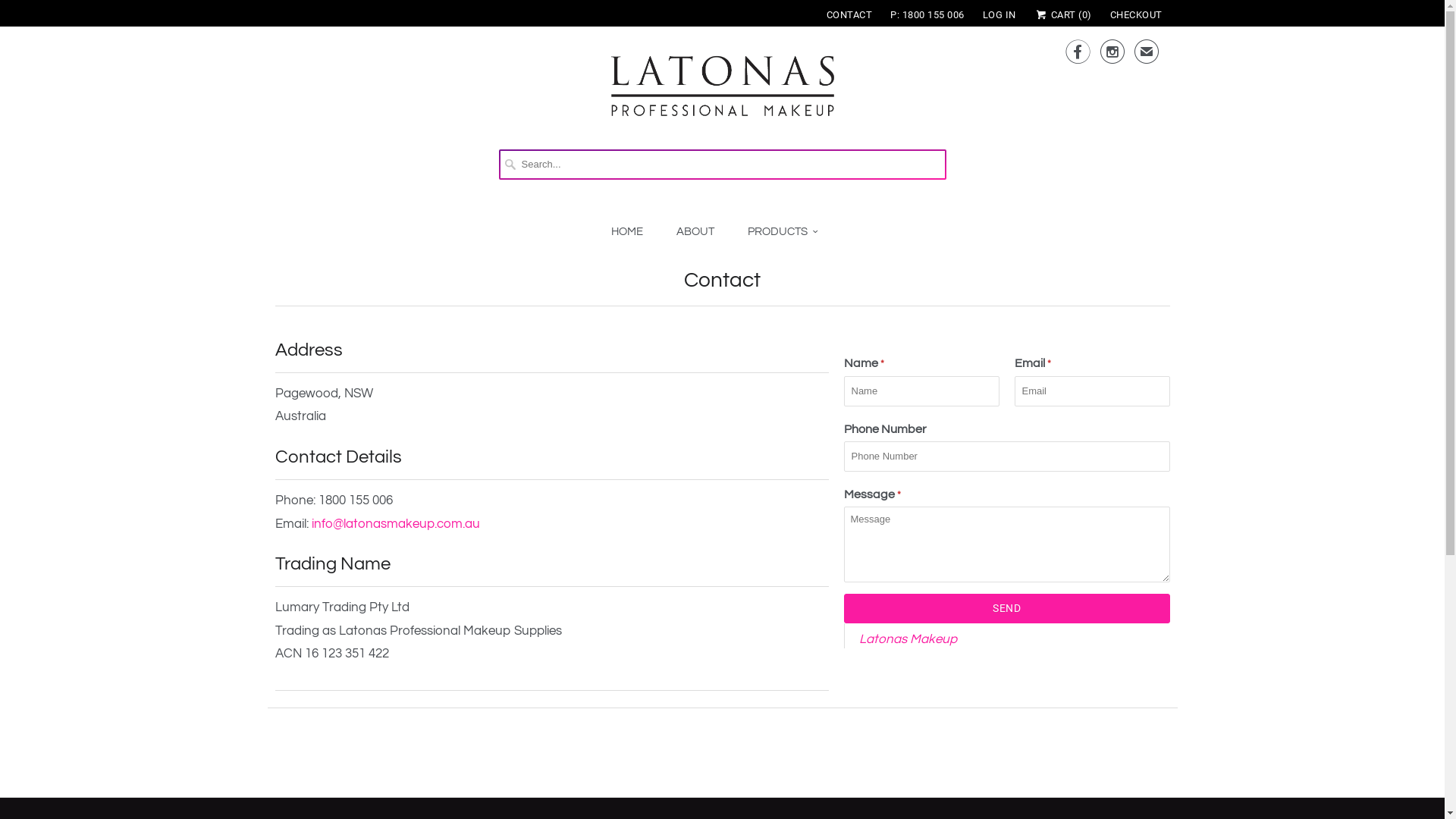 The width and height of the screenshot is (1456, 819). What do you see at coordinates (849, 14) in the screenshot?
I see `'CONTACT'` at bounding box center [849, 14].